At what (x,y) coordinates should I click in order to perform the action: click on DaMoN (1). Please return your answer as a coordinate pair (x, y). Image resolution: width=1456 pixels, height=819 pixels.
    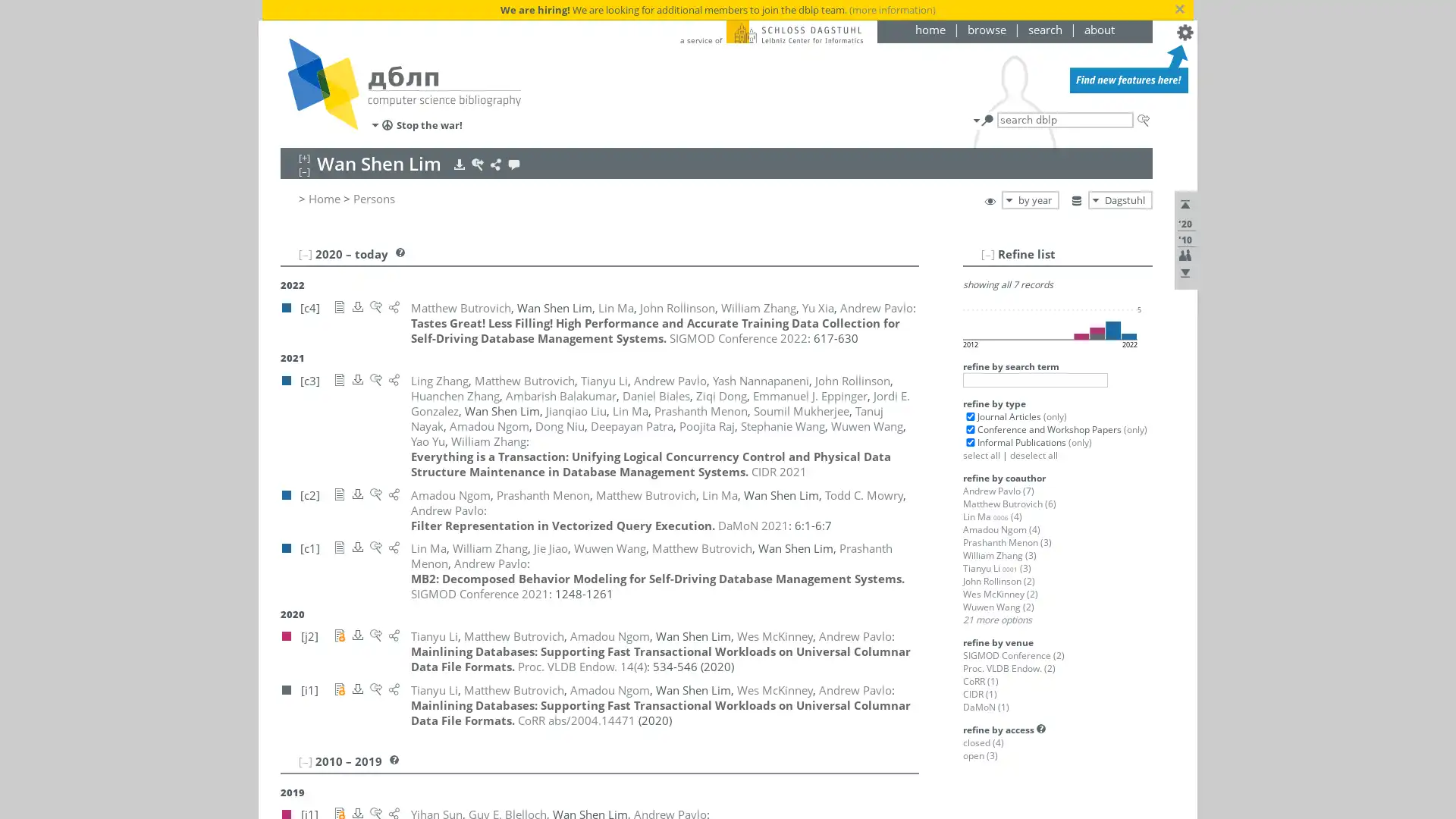
    Looking at the image, I should click on (986, 707).